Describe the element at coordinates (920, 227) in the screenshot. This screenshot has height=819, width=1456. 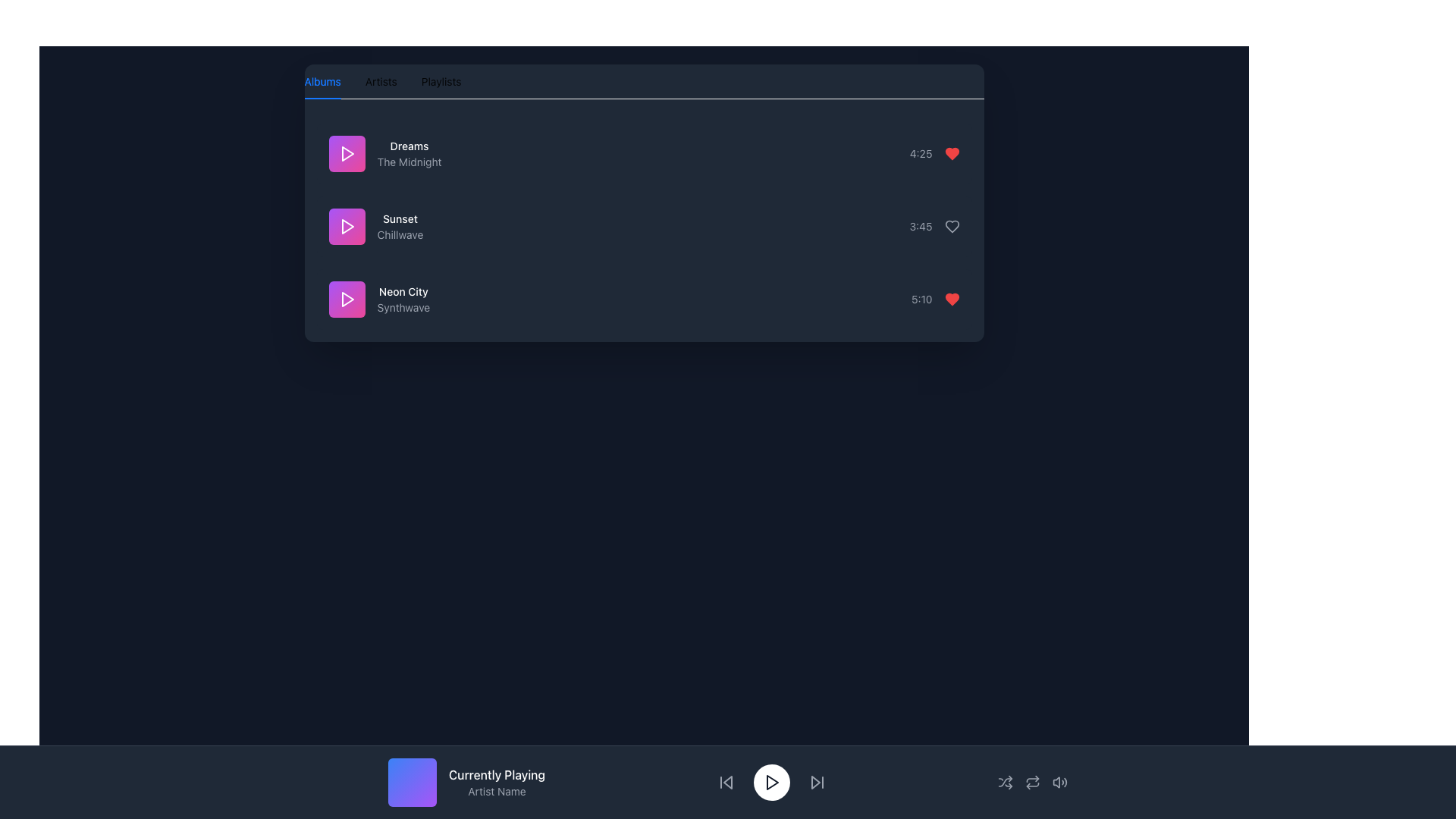
I see `the static text label indicating the playback duration of a specific track, located to the left of a heart-shaped icon in the middle track entry` at that location.